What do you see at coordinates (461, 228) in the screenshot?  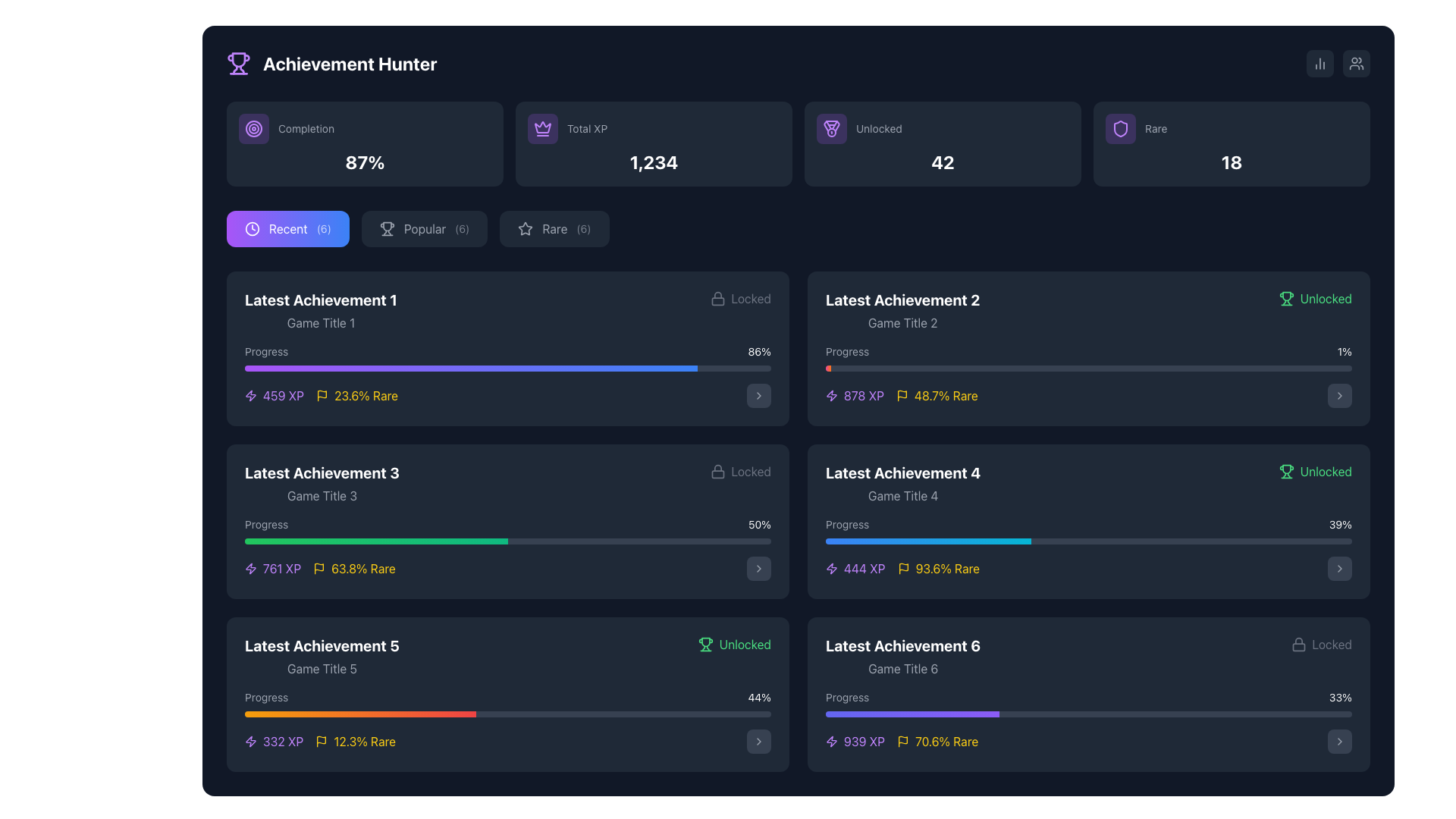 I see `the static text label or counter displaying '(6)' which is located at the right end of the 'Popular' button` at bounding box center [461, 228].